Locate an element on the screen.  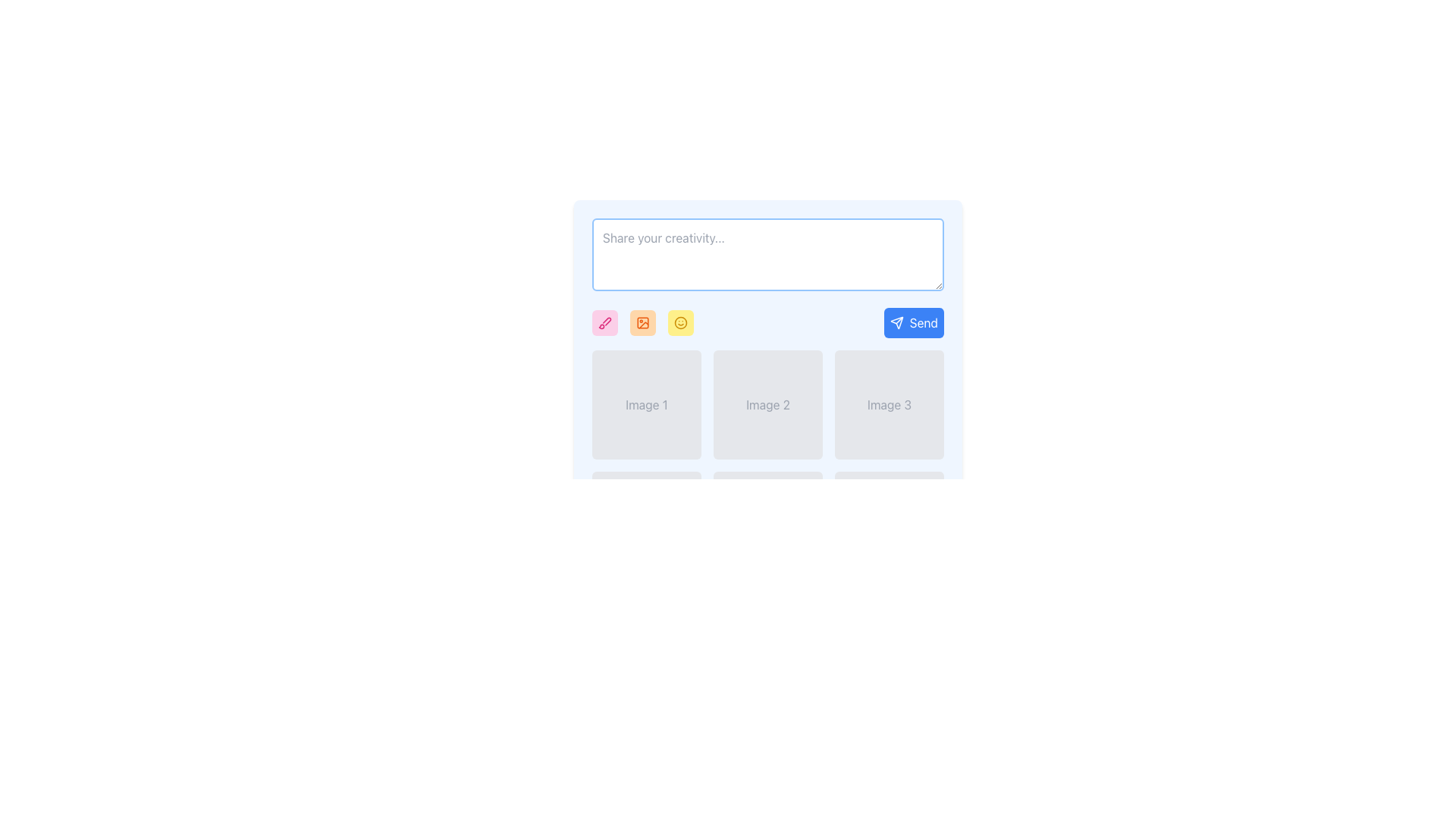
the first placeholder box for an image or content, which is labeled 'Image 1' and is located in the top-left of a 3x2 grid layout is located at coordinates (647, 403).